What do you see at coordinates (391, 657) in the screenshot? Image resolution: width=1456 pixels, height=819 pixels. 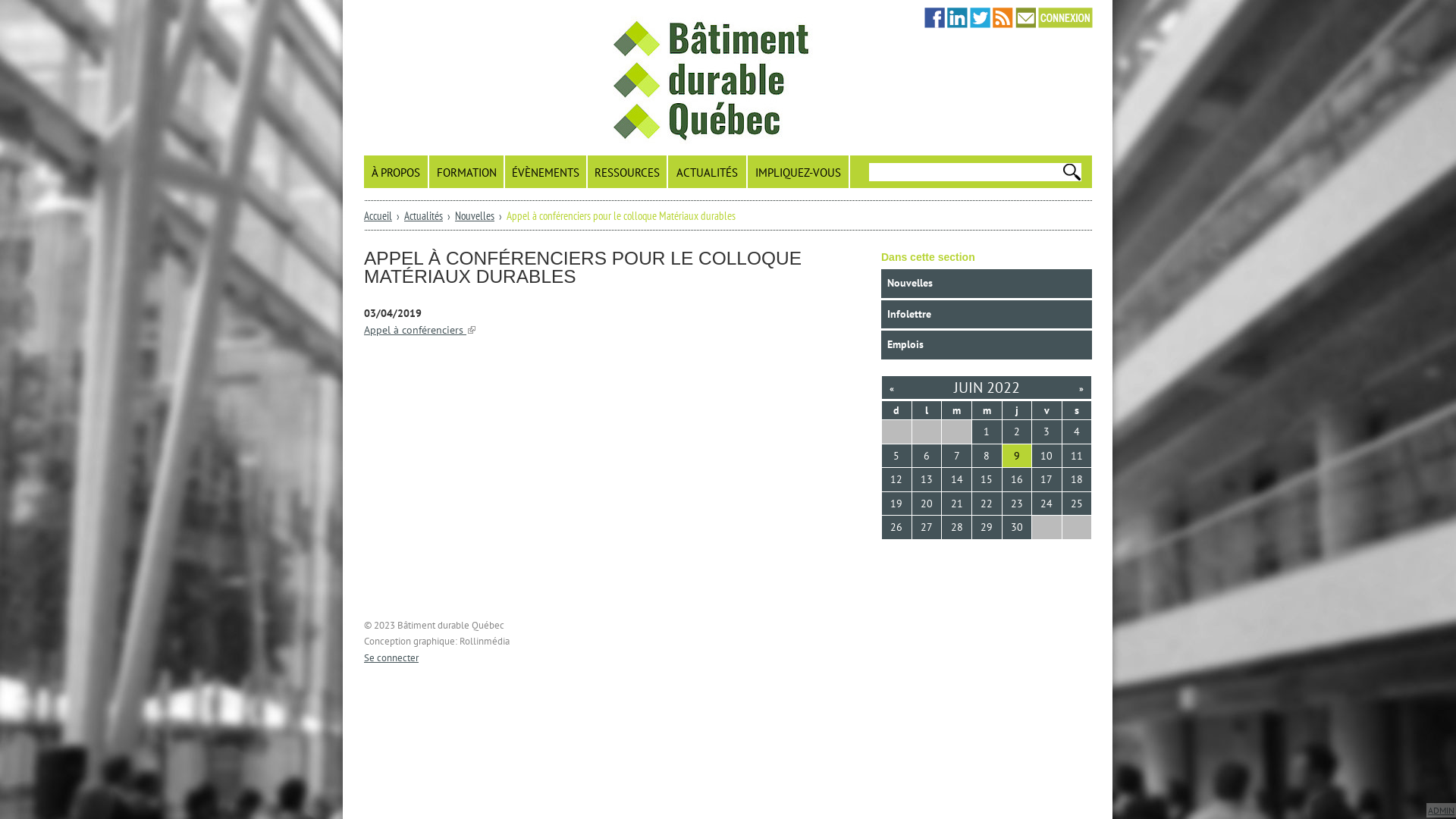 I see `'Se connecter'` at bounding box center [391, 657].